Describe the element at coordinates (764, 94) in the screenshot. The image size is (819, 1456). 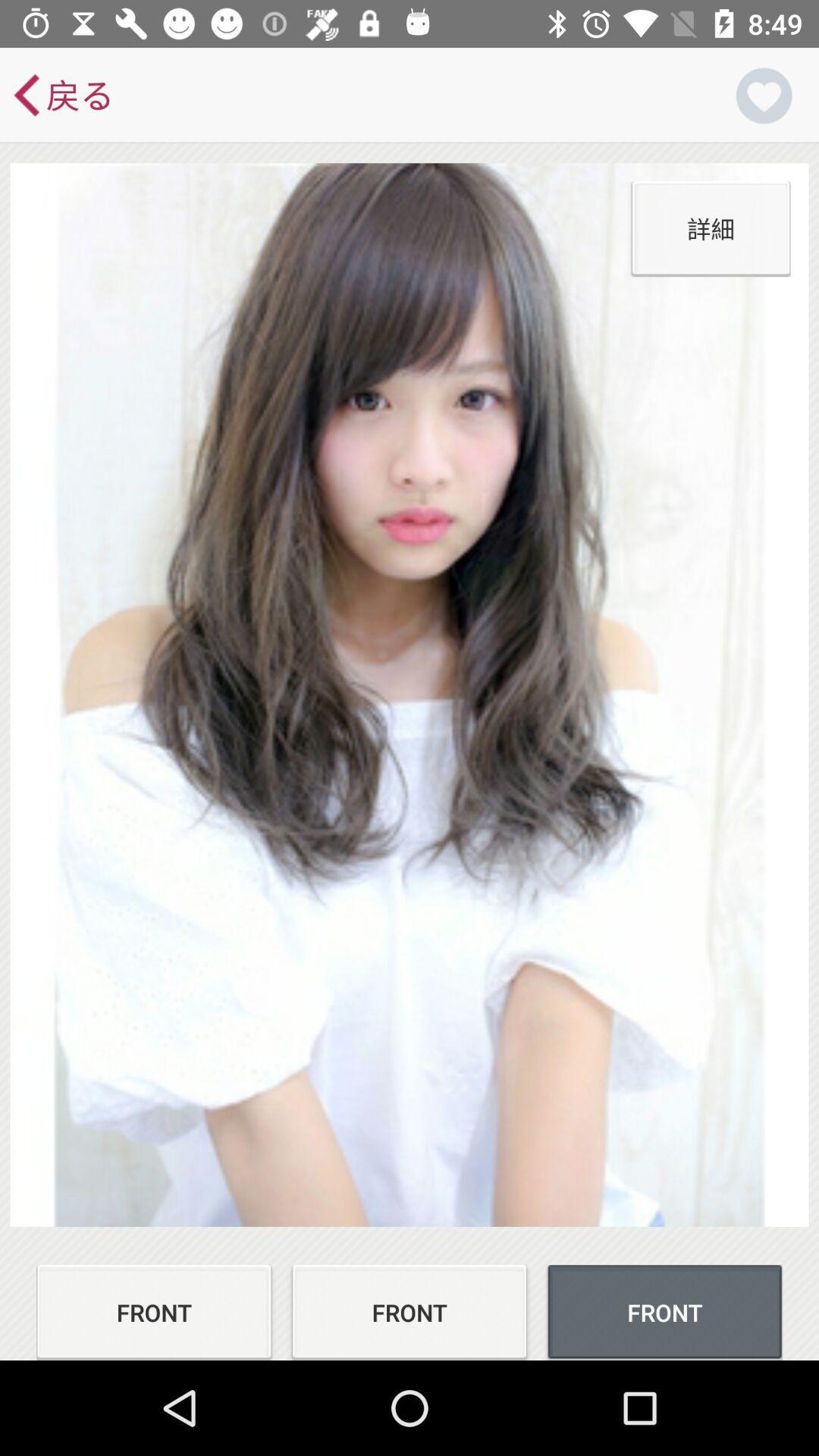
I see `the favorite icon` at that location.